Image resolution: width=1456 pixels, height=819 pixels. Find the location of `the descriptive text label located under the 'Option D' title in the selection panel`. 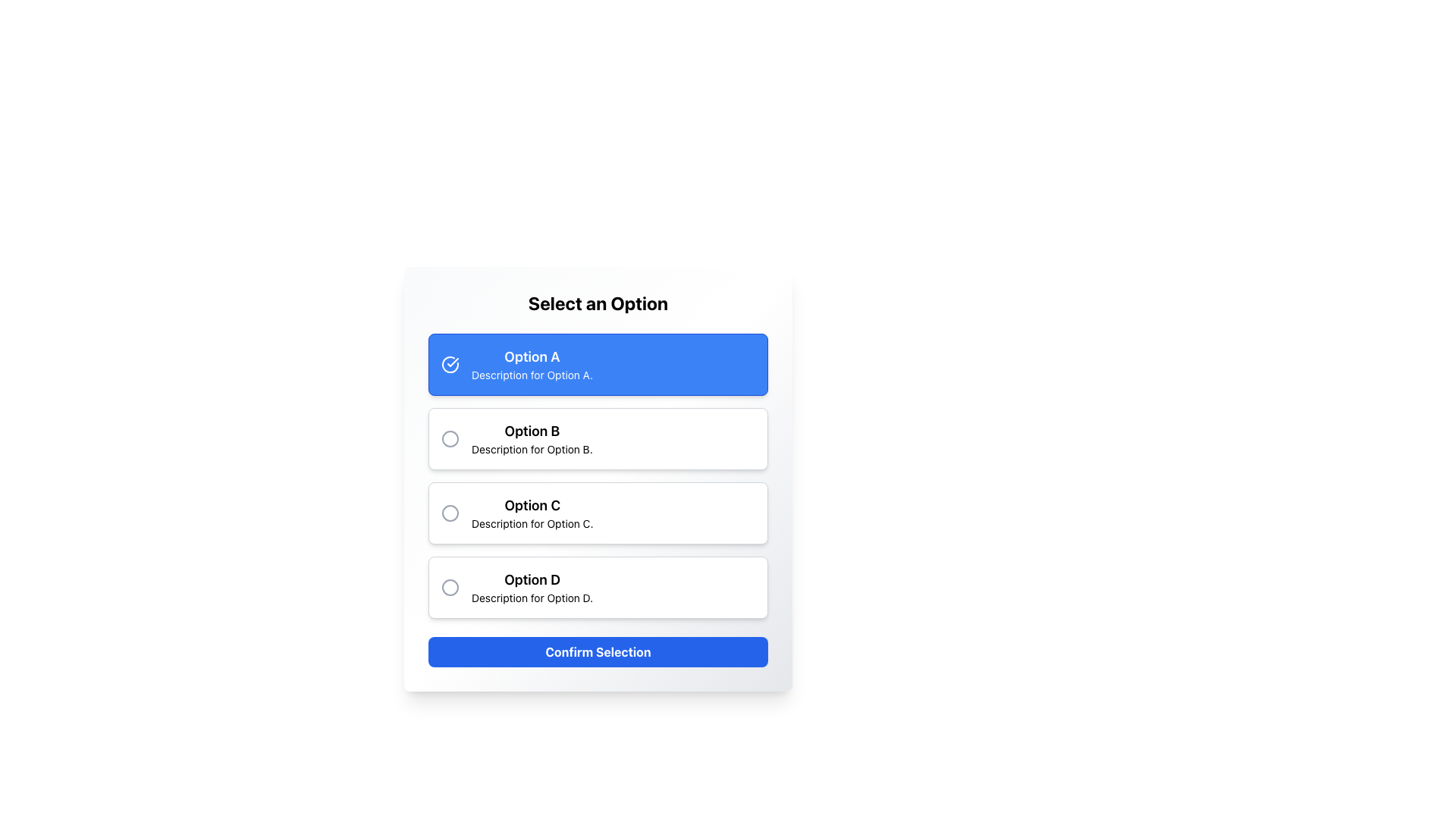

the descriptive text label located under the 'Option D' title in the selection panel is located at coordinates (532, 598).